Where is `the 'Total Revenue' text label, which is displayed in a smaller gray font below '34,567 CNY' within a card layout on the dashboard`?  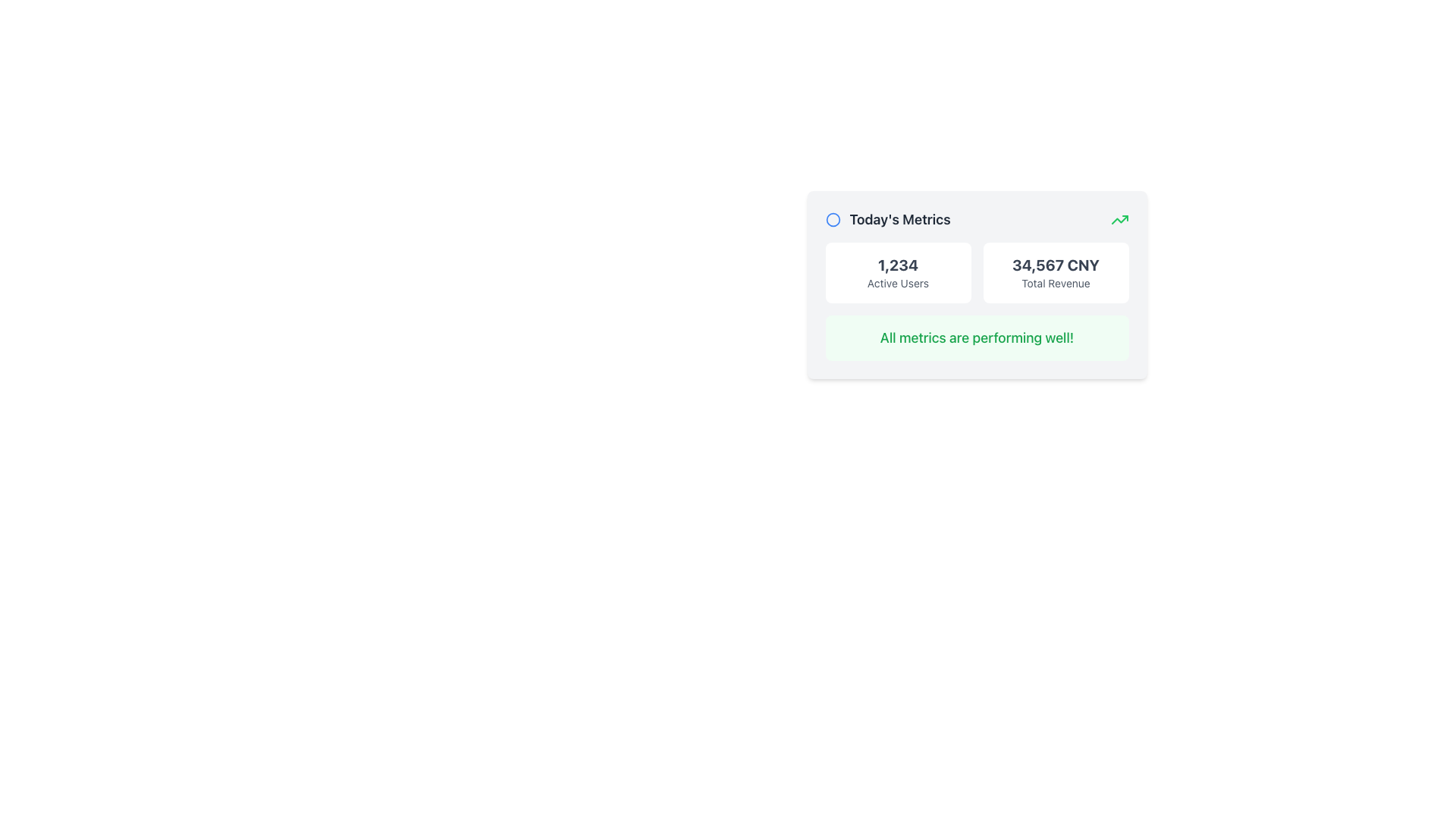
the 'Total Revenue' text label, which is displayed in a smaller gray font below '34,567 CNY' within a card layout on the dashboard is located at coordinates (1055, 284).